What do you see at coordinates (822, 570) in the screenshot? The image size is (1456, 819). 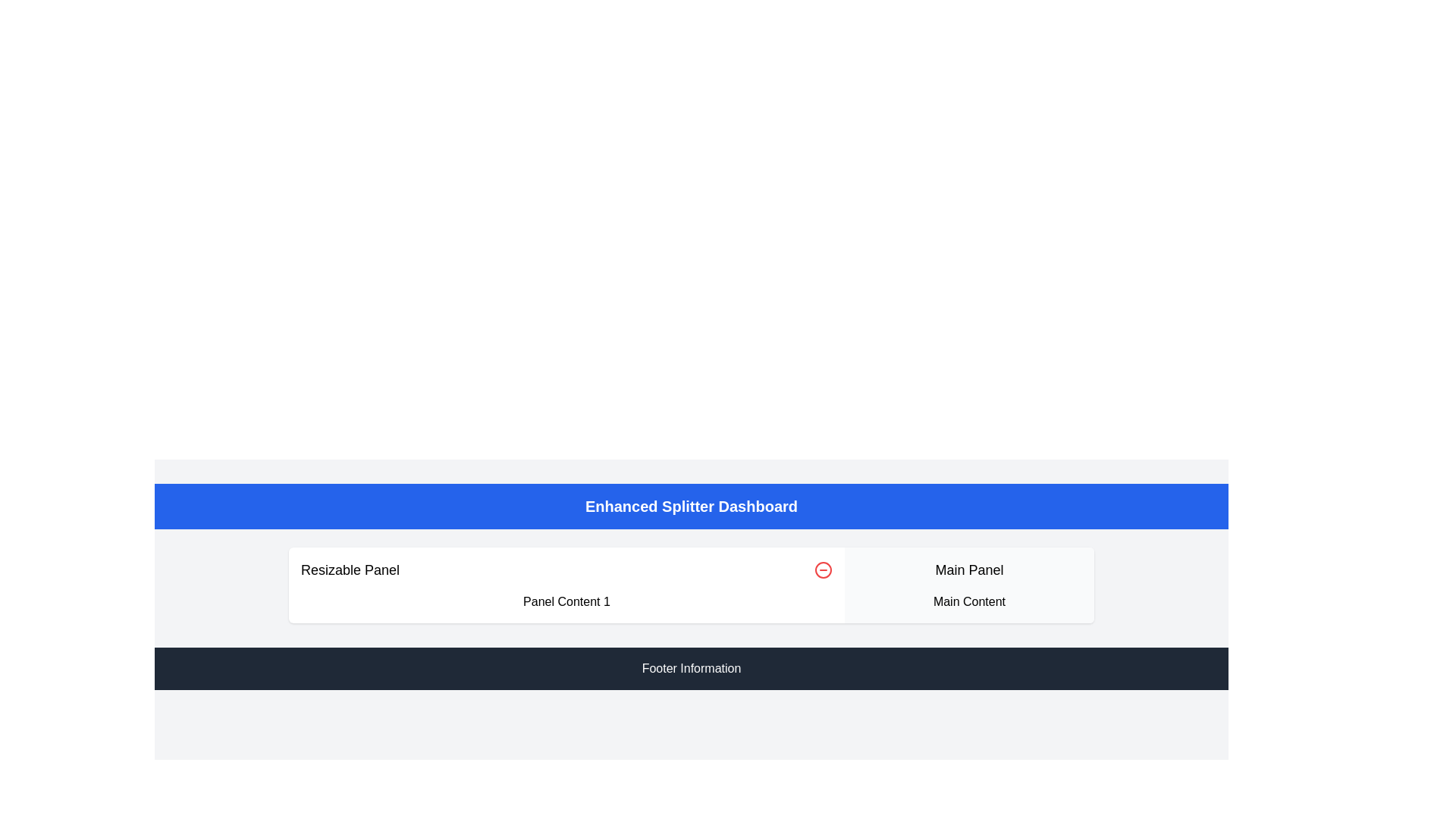 I see `the red circular icon button with a minus symbol, located adjacent to the 'Resizable Panel' text` at bounding box center [822, 570].